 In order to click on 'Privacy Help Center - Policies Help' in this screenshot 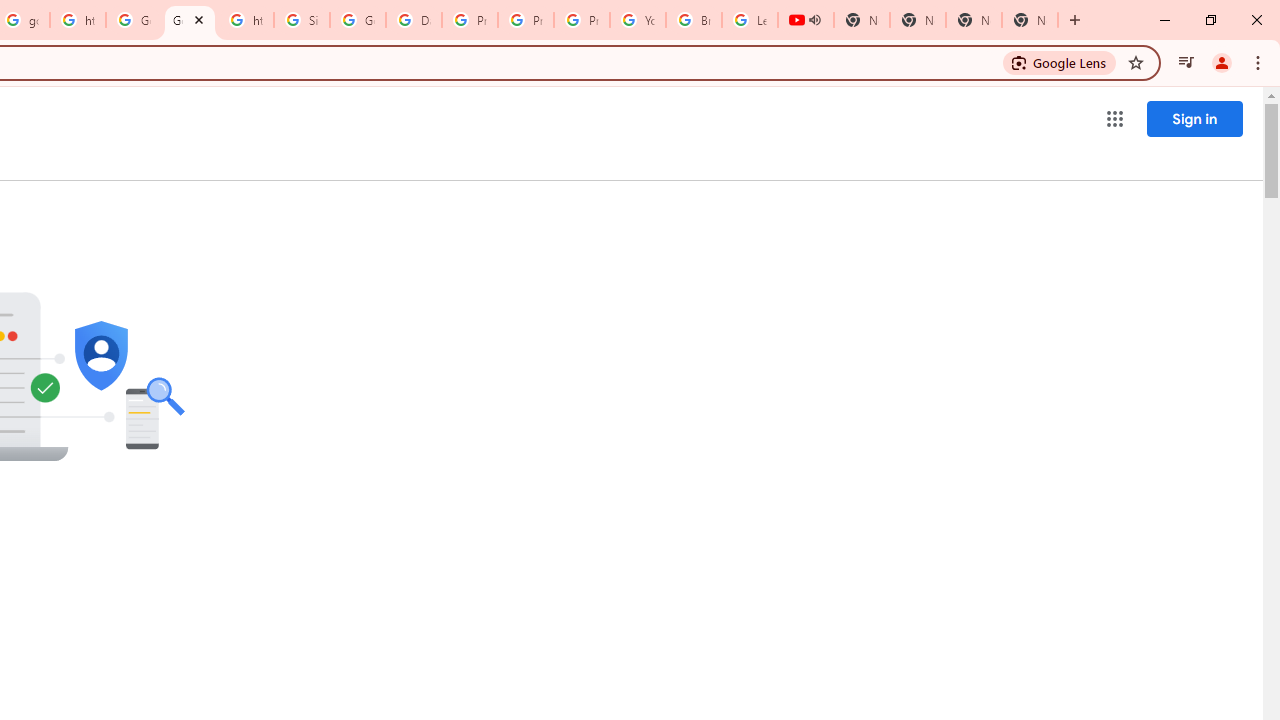, I will do `click(526, 20)`.